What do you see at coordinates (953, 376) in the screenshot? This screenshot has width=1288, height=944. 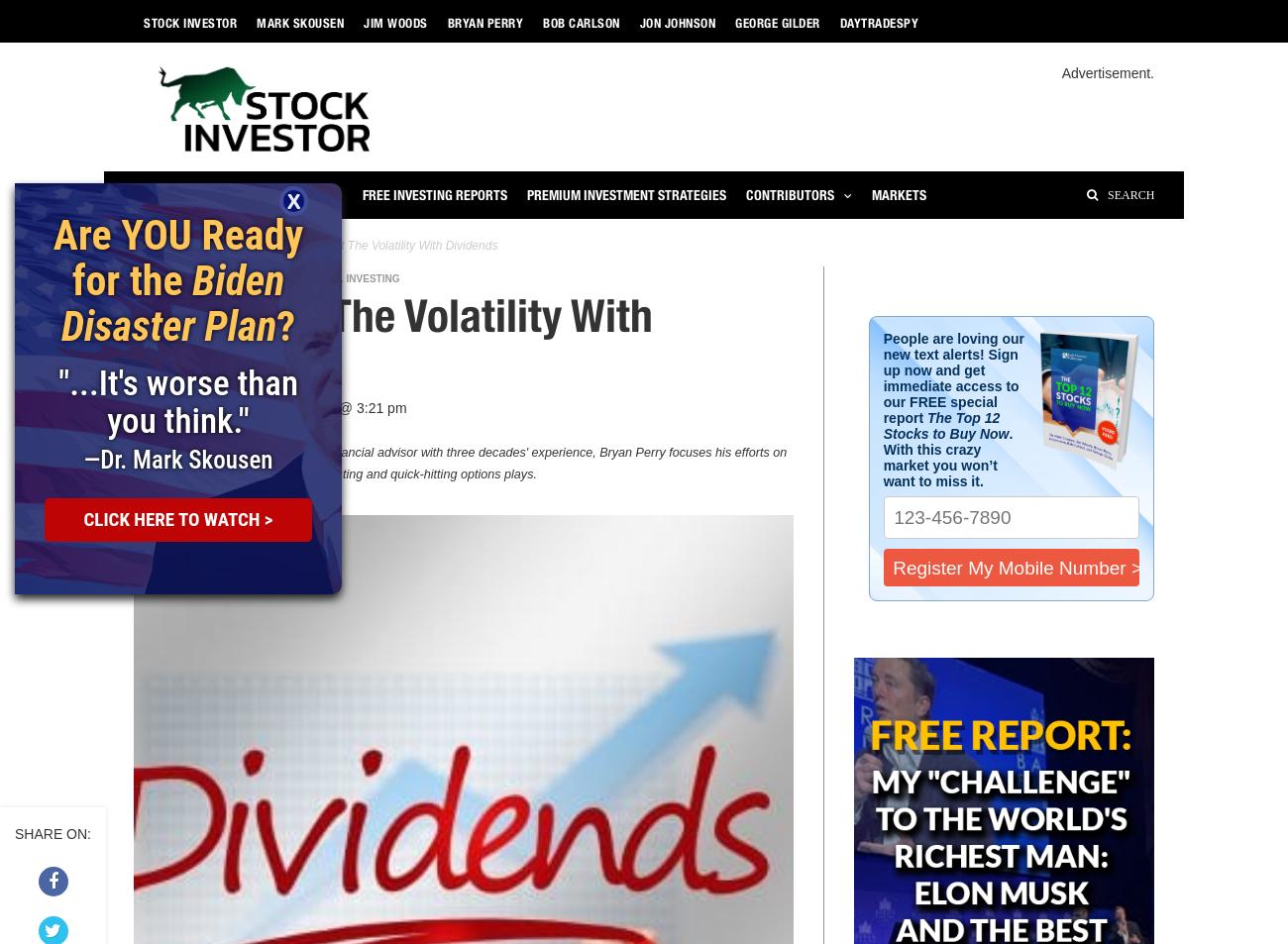 I see `'People are loving our new text alerts! Sign up now and get immediate access to our FREE special report'` at bounding box center [953, 376].